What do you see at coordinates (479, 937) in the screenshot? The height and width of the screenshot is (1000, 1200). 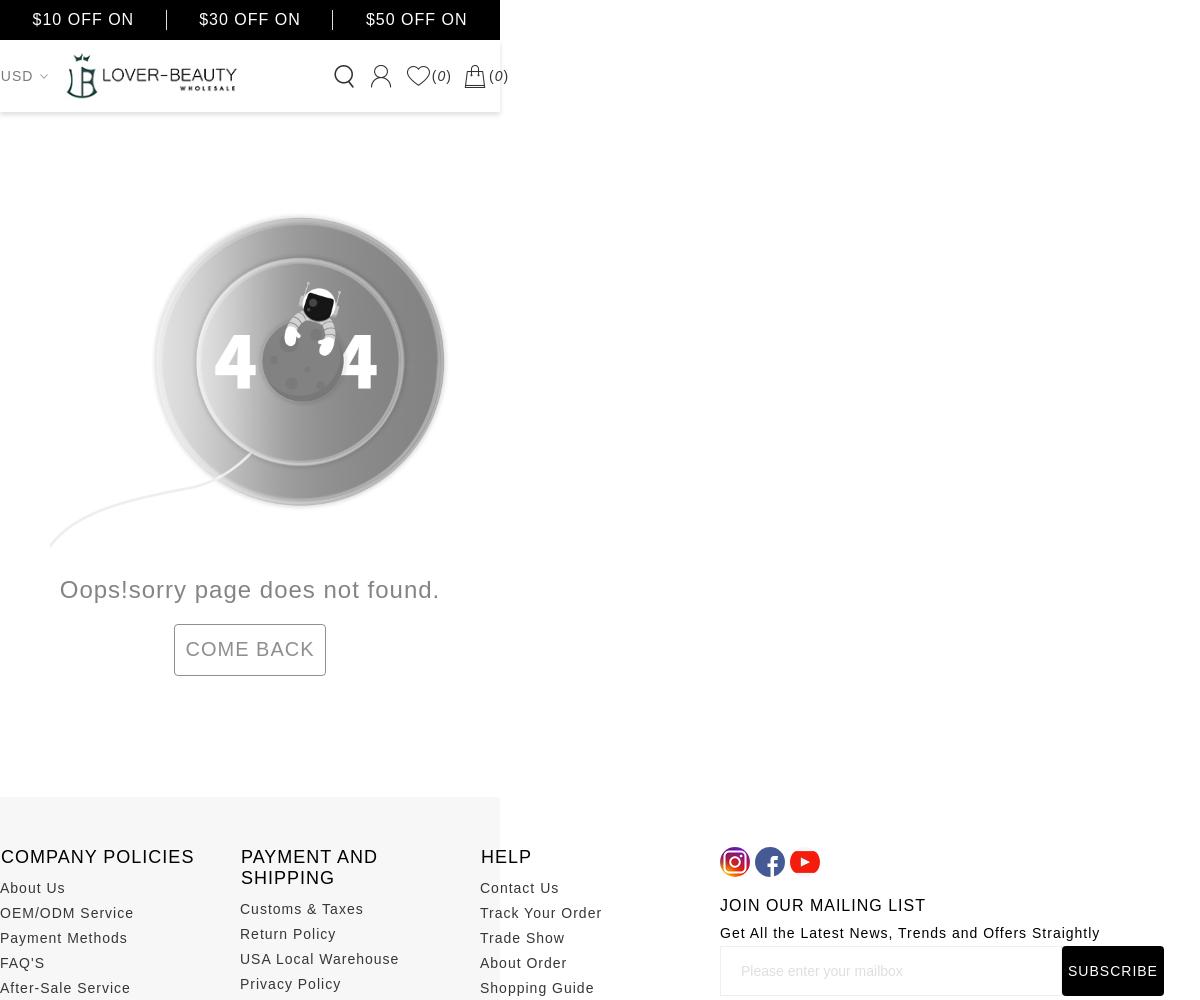 I see `'Trade Show'` at bounding box center [479, 937].